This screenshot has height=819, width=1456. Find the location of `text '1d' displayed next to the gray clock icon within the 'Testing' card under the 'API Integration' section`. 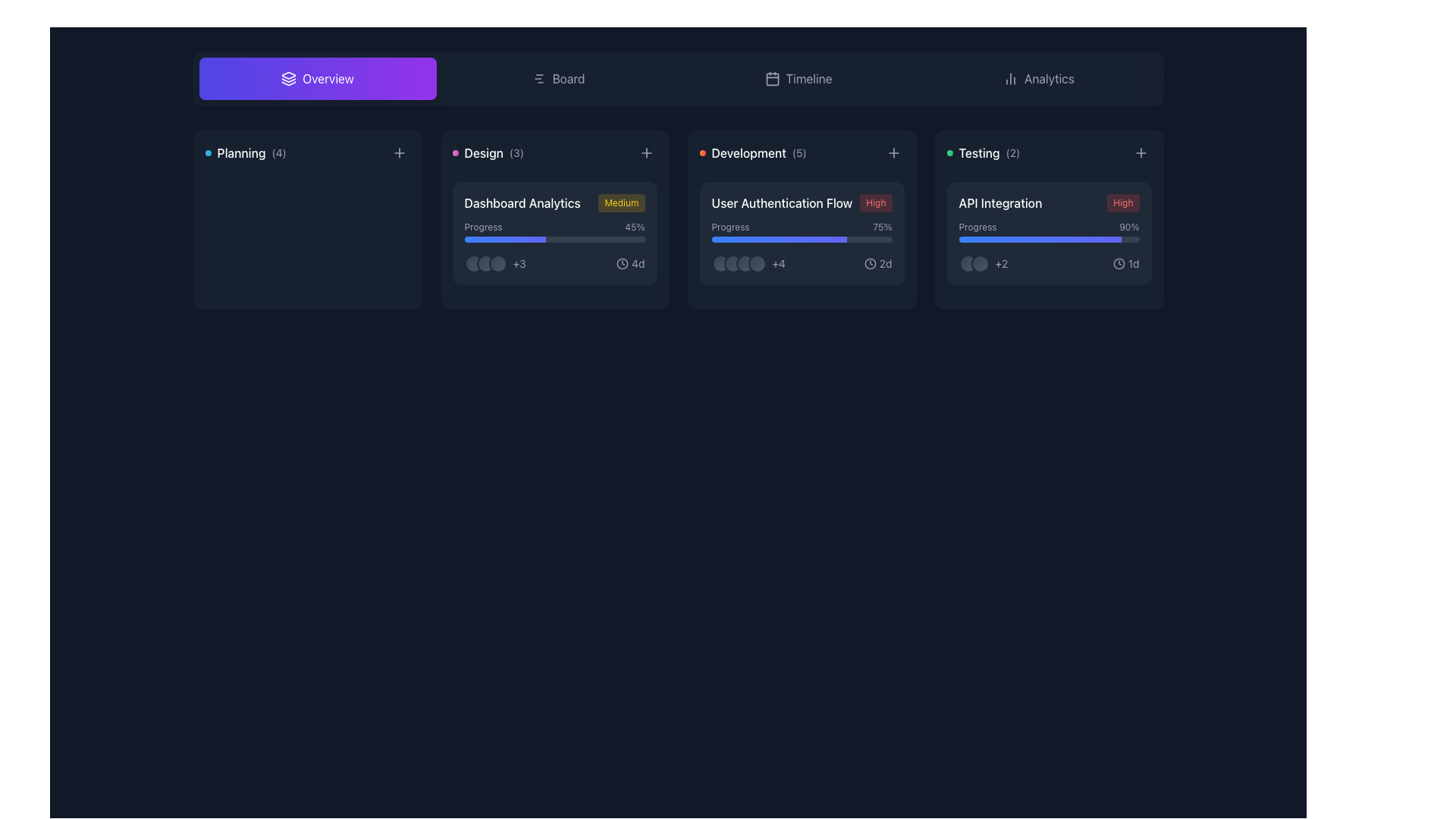

text '1d' displayed next to the gray clock icon within the 'Testing' card under the 'API Integration' section is located at coordinates (1126, 262).